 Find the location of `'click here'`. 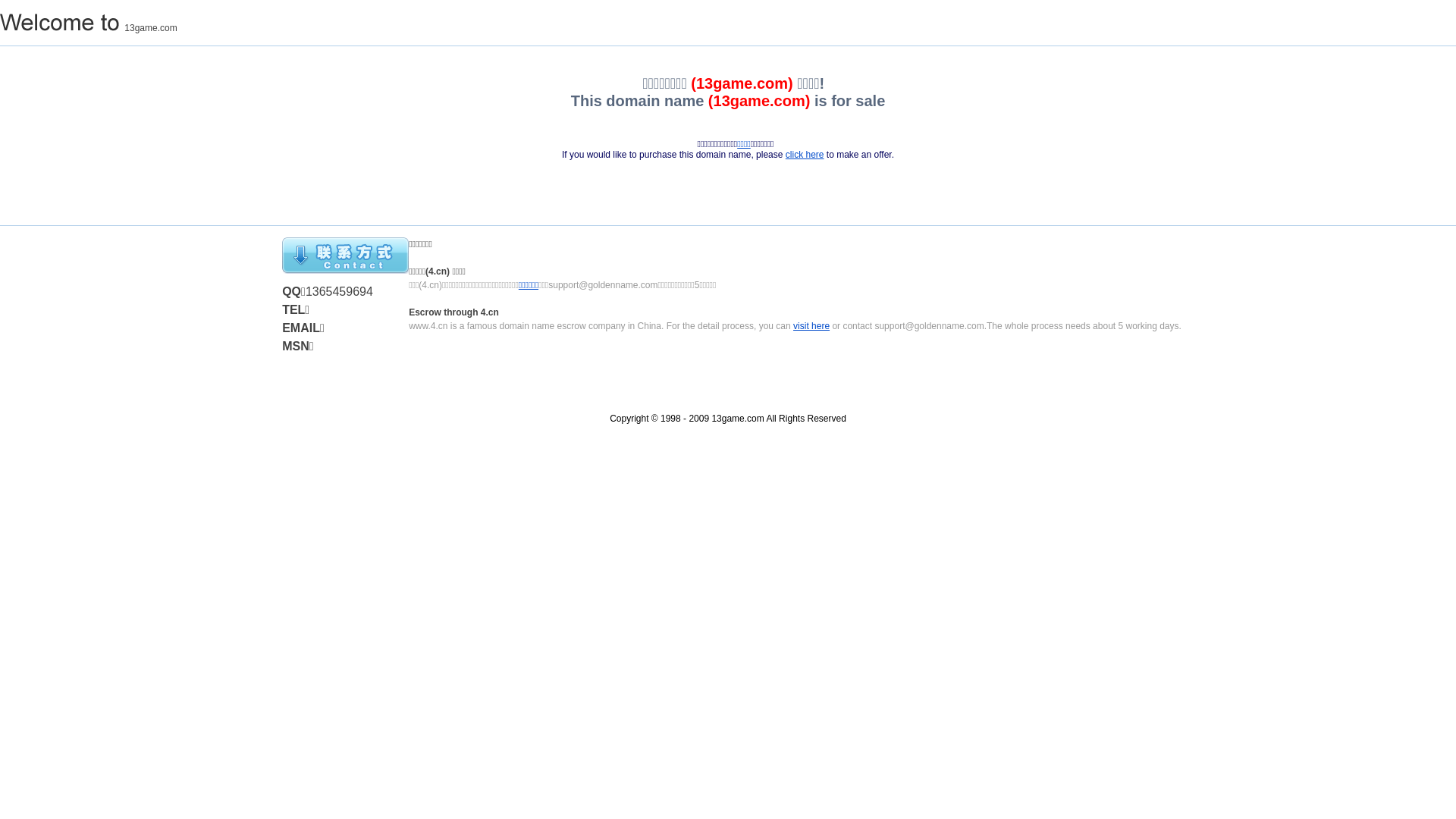

'click here' is located at coordinates (804, 155).